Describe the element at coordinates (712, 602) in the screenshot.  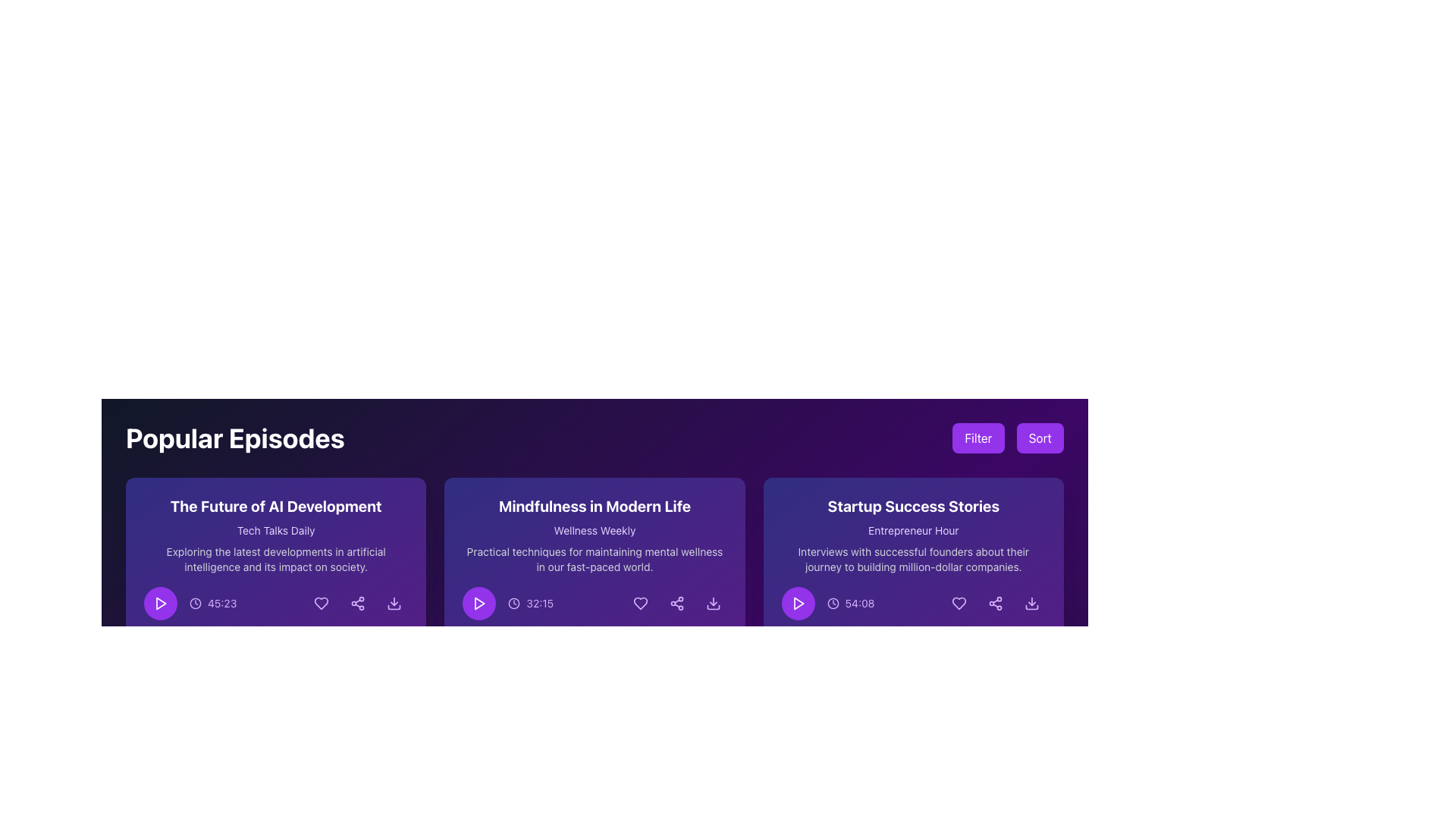
I see `the download button located at the bottom-right corner of the card labeled 'Mindfulness in Modern Life' to download the associated content` at that location.